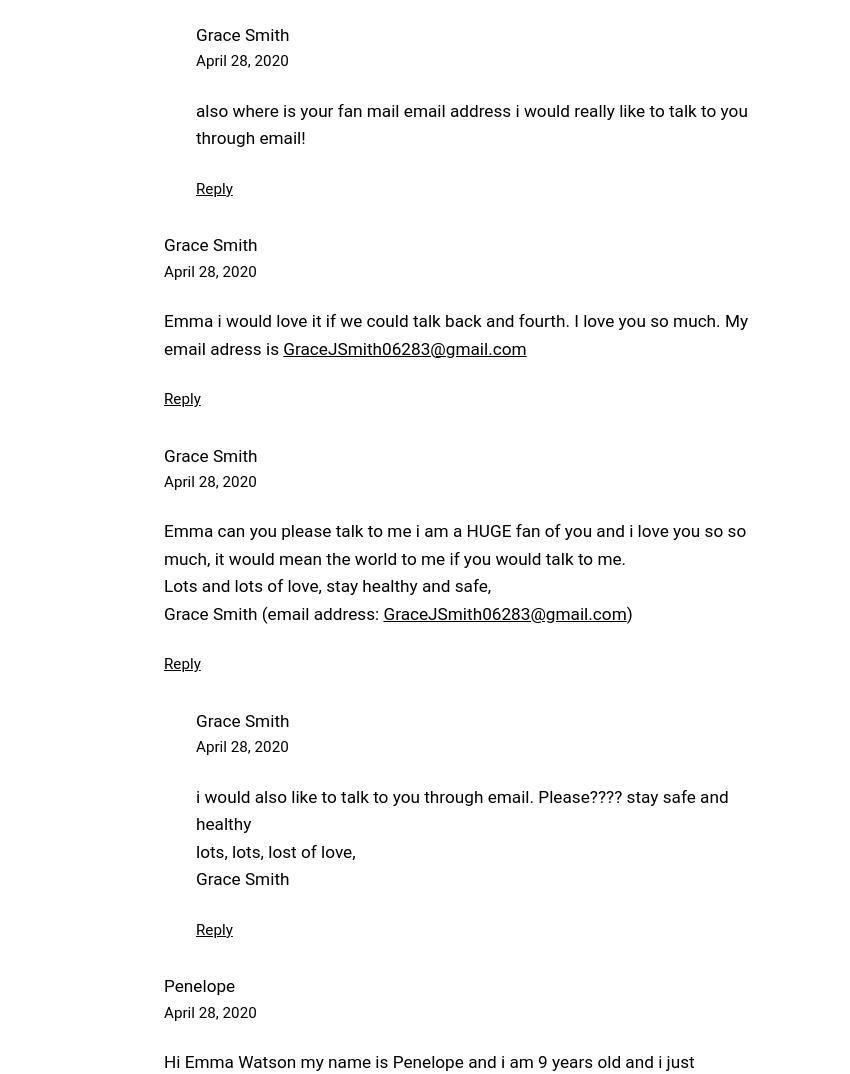 The image size is (850, 1074). What do you see at coordinates (455, 333) in the screenshot?
I see `'Emma i would love it if we could talk back and fourth. I love you so much. My email adress is'` at bounding box center [455, 333].